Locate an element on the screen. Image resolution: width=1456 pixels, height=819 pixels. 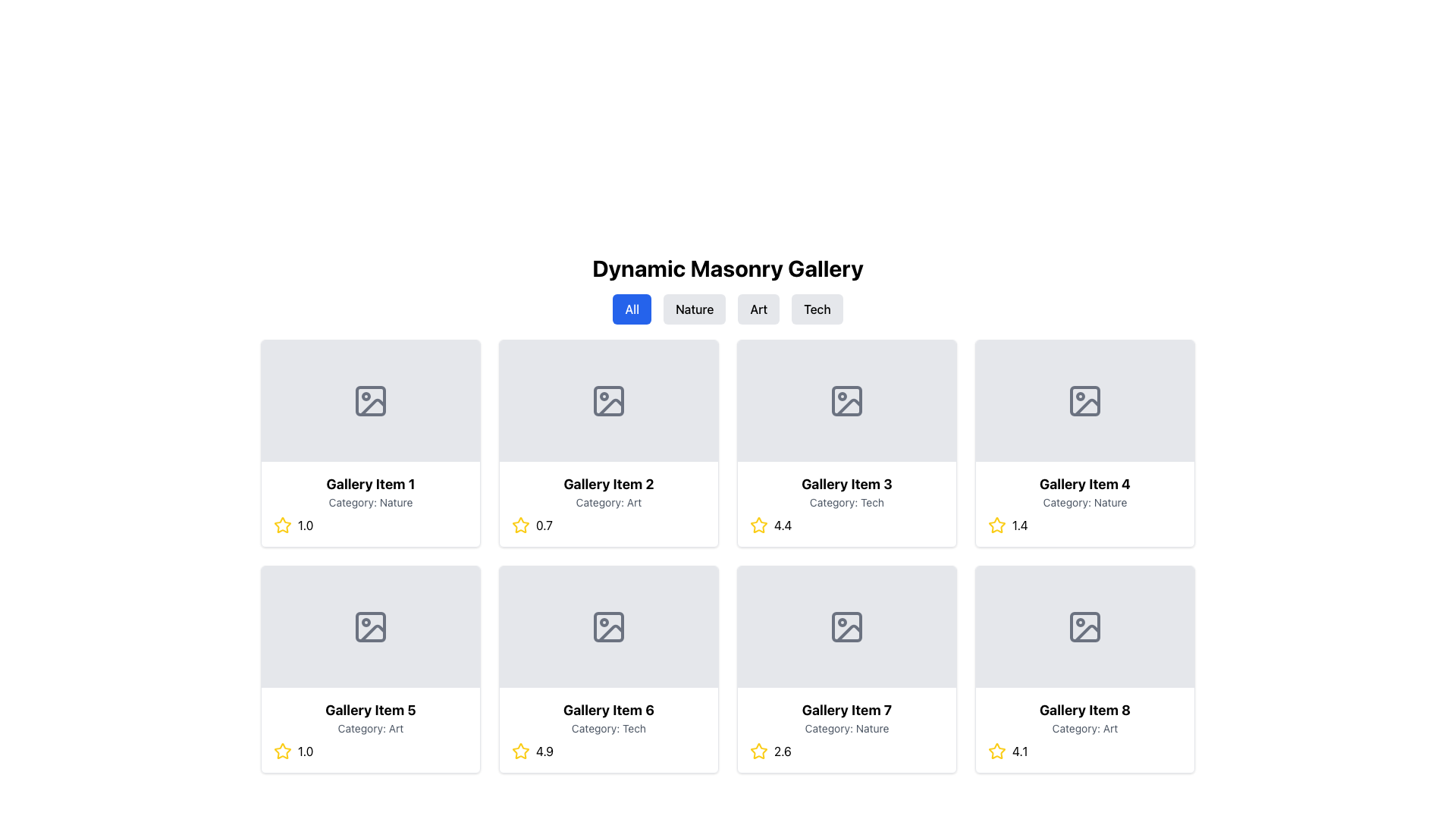
the rectangular button with rounded corners that has a solid blue background and white text reading 'All' is located at coordinates (632, 309).